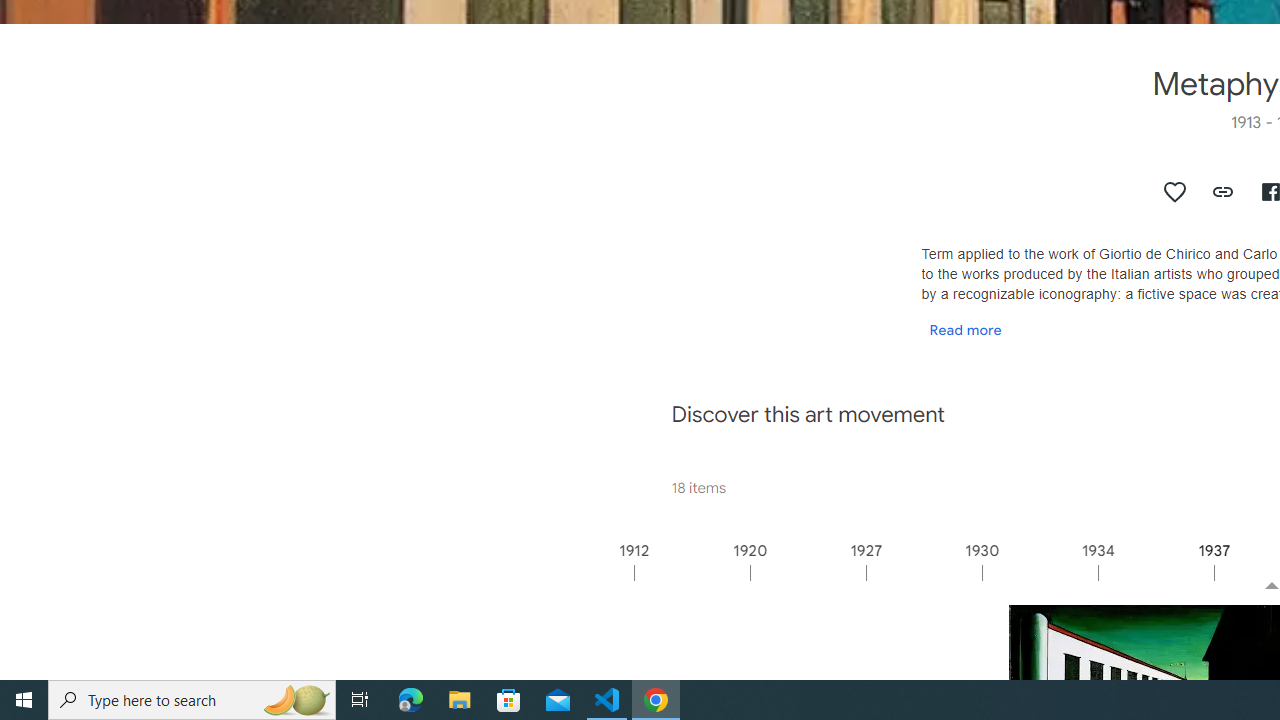 The image size is (1280, 720). Describe the element at coordinates (1222, 191) in the screenshot. I see `'Copy Link'` at that location.